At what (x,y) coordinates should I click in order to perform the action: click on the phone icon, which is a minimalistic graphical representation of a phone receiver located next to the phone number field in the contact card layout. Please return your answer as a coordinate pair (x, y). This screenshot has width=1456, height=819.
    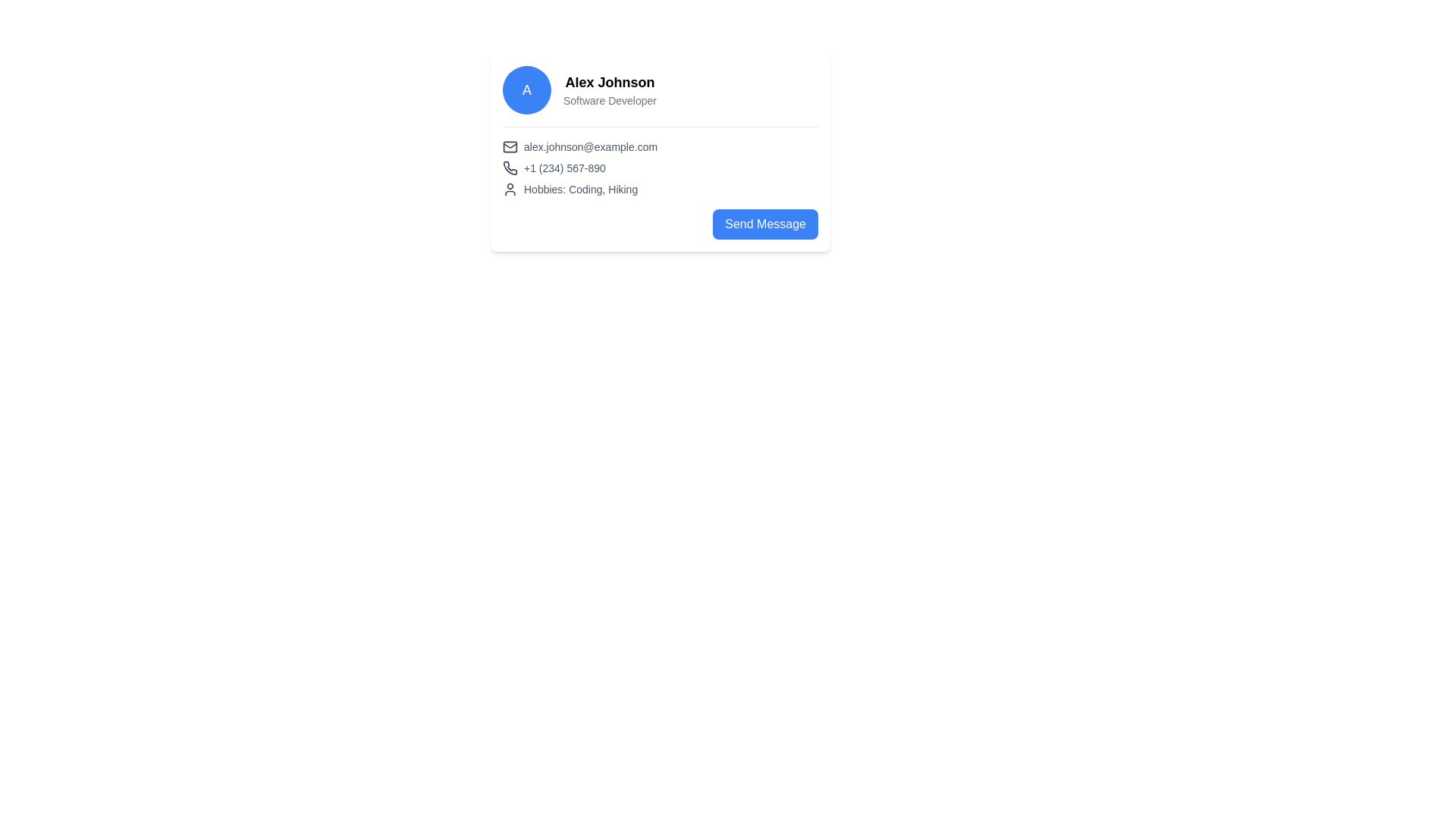
    Looking at the image, I should click on (510, 168).